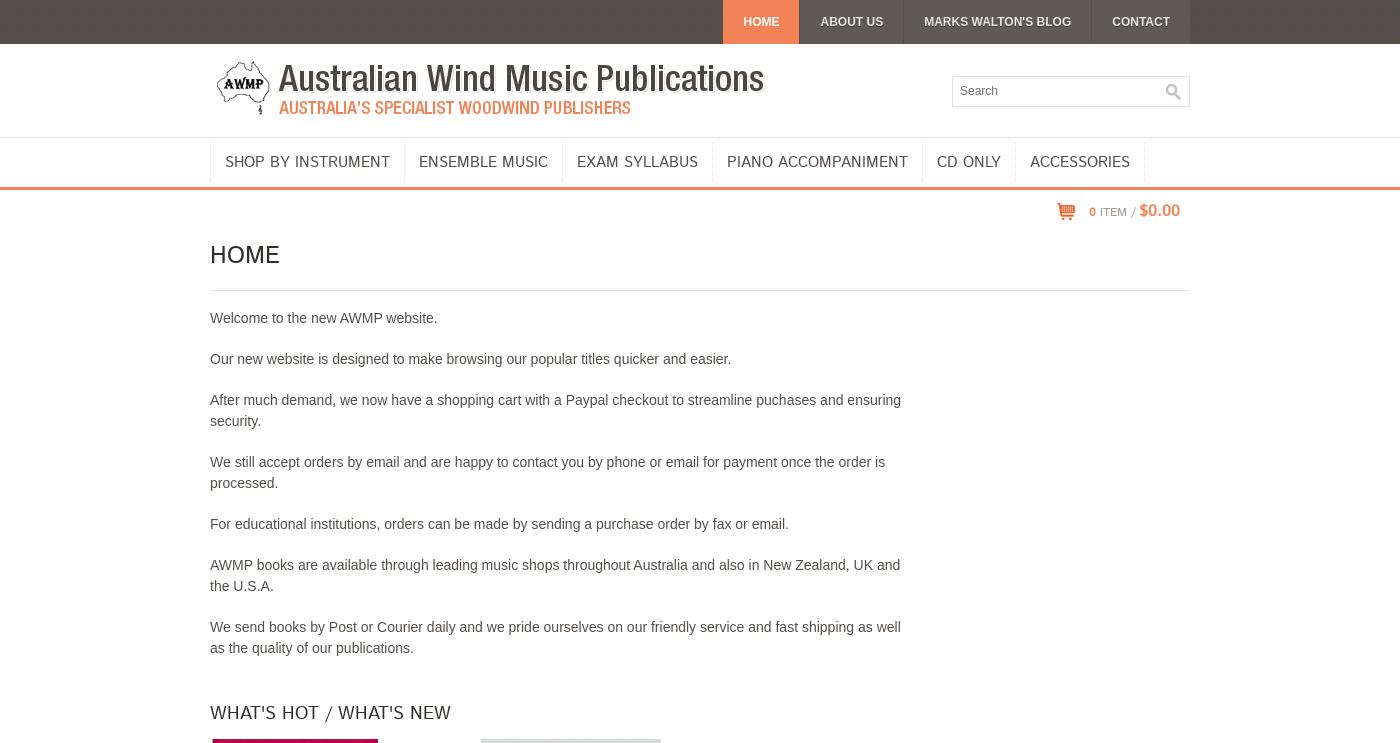 This screenshot has width=1400, height=743. Describe the element at coordinates (997, 21) in the screenshot. I see `'Marks Walton's Blog'` at that location.